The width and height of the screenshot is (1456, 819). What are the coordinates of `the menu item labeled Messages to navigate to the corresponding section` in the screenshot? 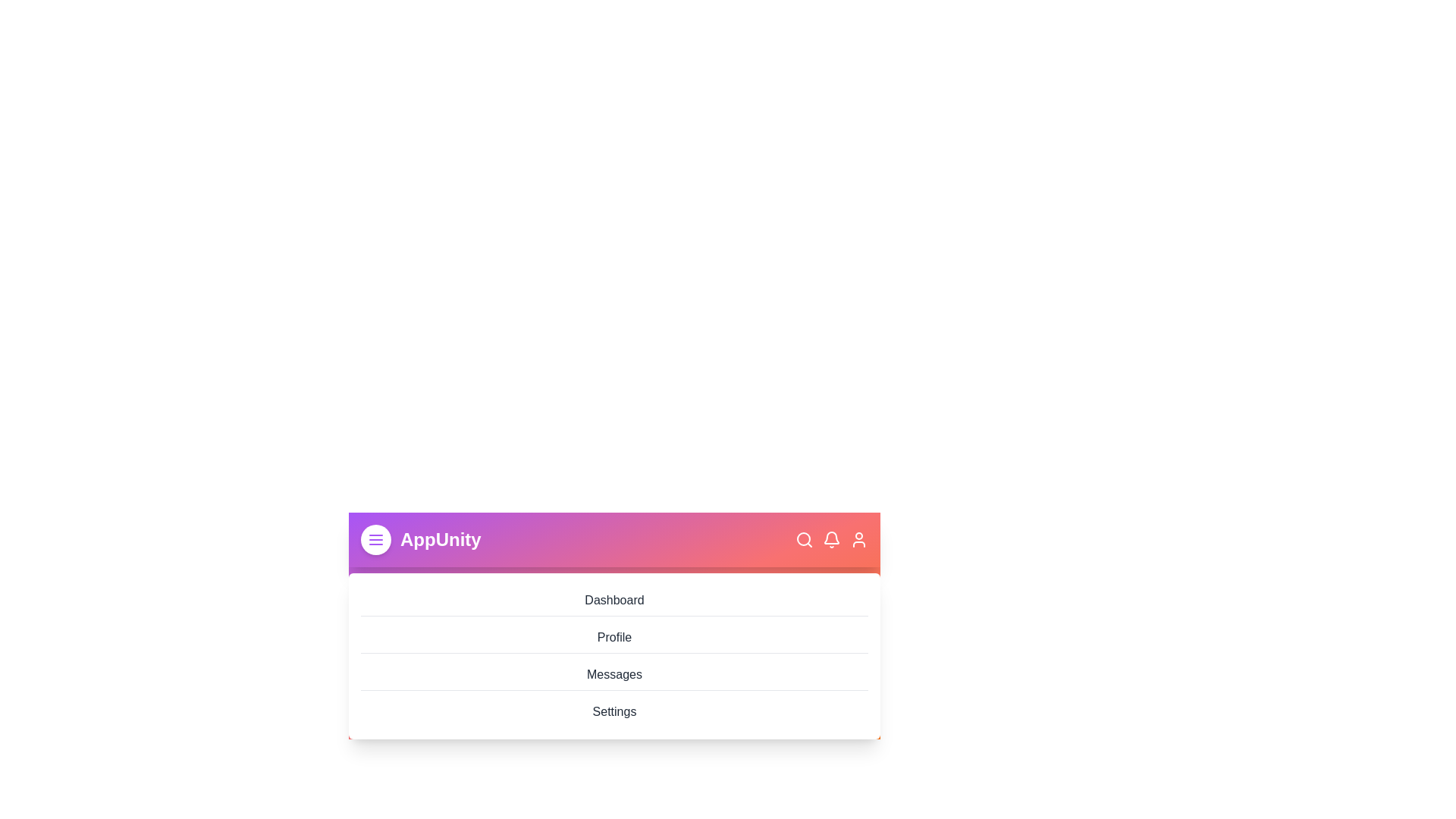 It's located at (614, 674).